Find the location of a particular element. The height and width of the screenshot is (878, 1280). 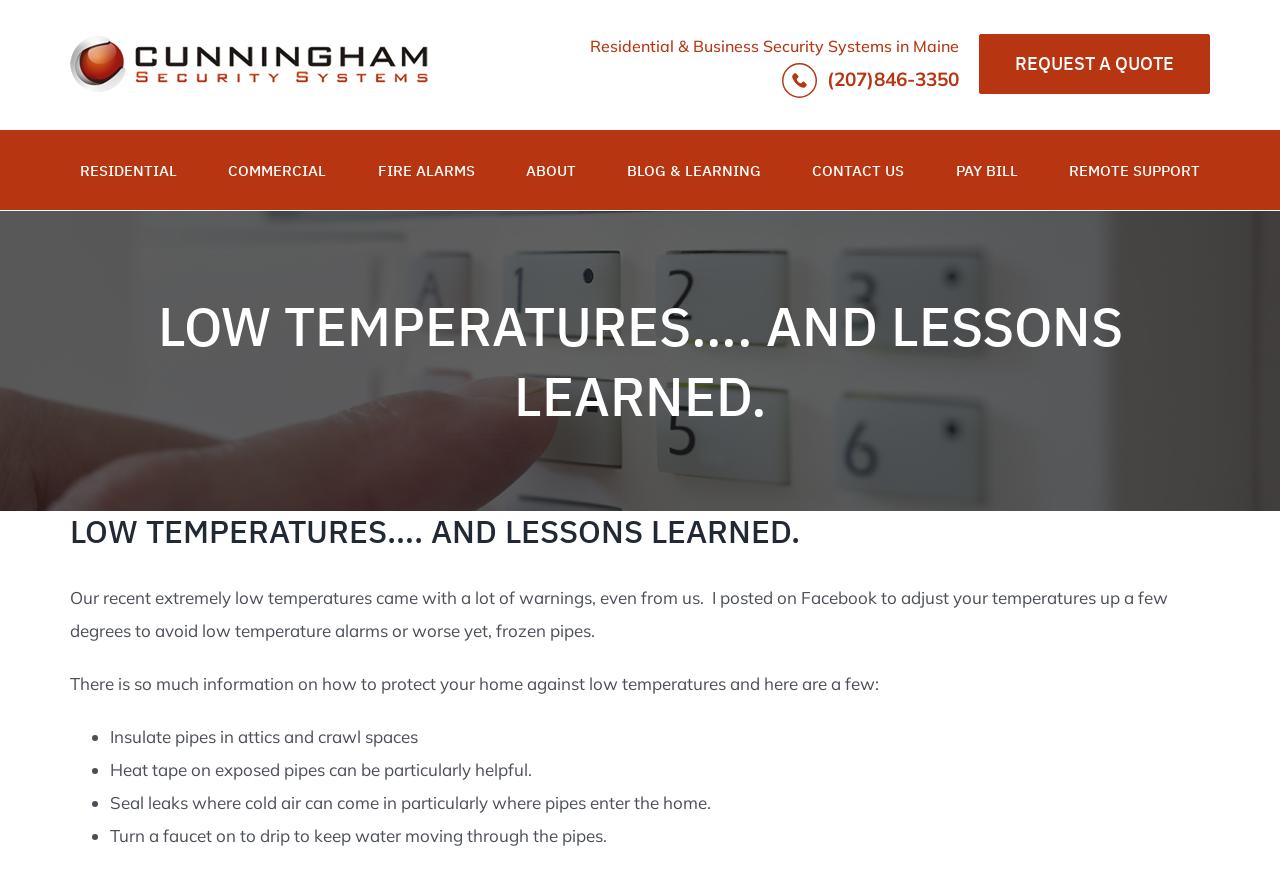

'Residential & Business Security Systems in Maine' is located at coordinates (773, 46).